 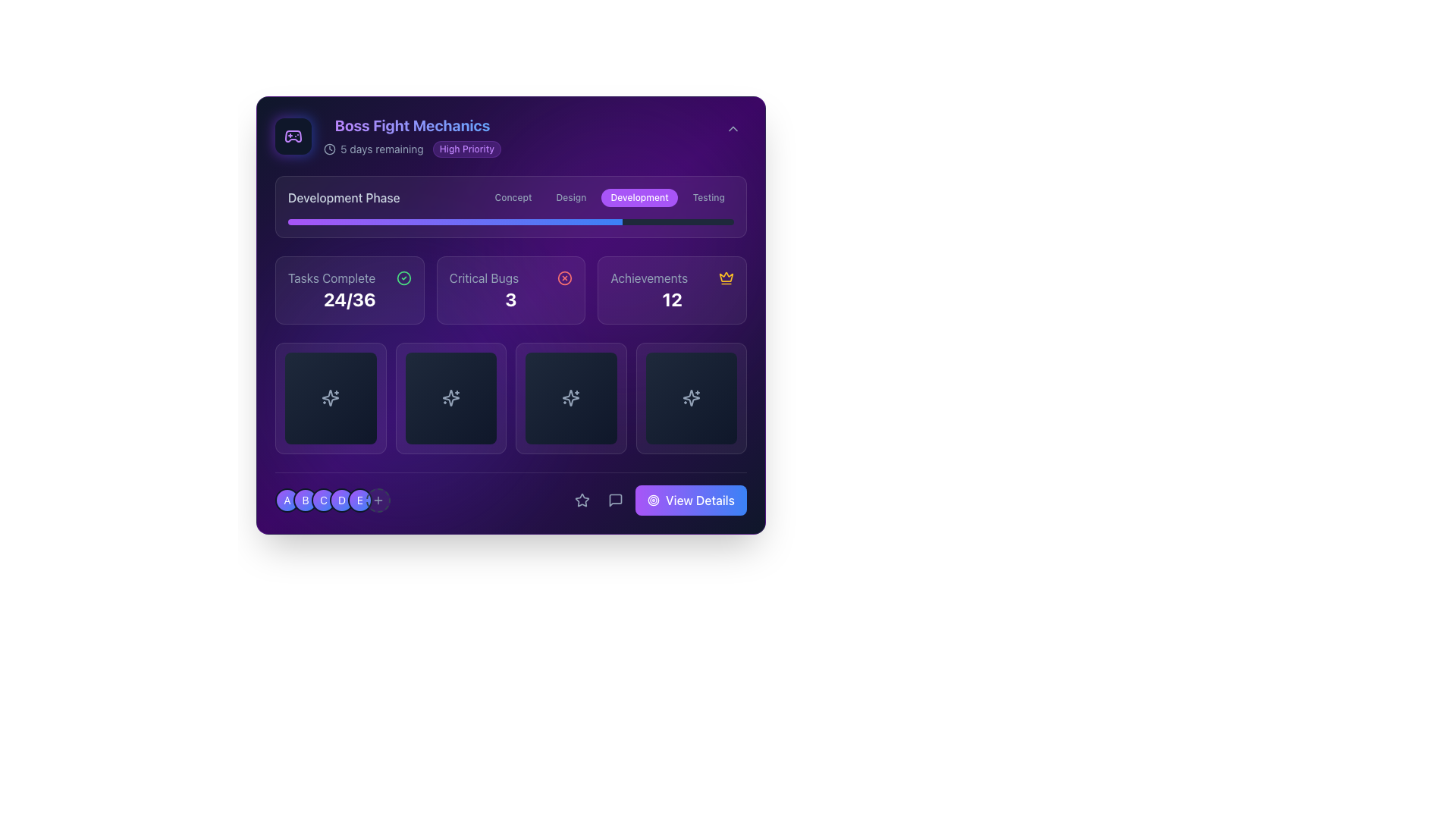 I want to click on the Informational card displaying the count of critical bugs, currently showing '3', located in the middle column of the grid between 'Tasks Complete' and 'Achievements', so click(x=510, y=314).